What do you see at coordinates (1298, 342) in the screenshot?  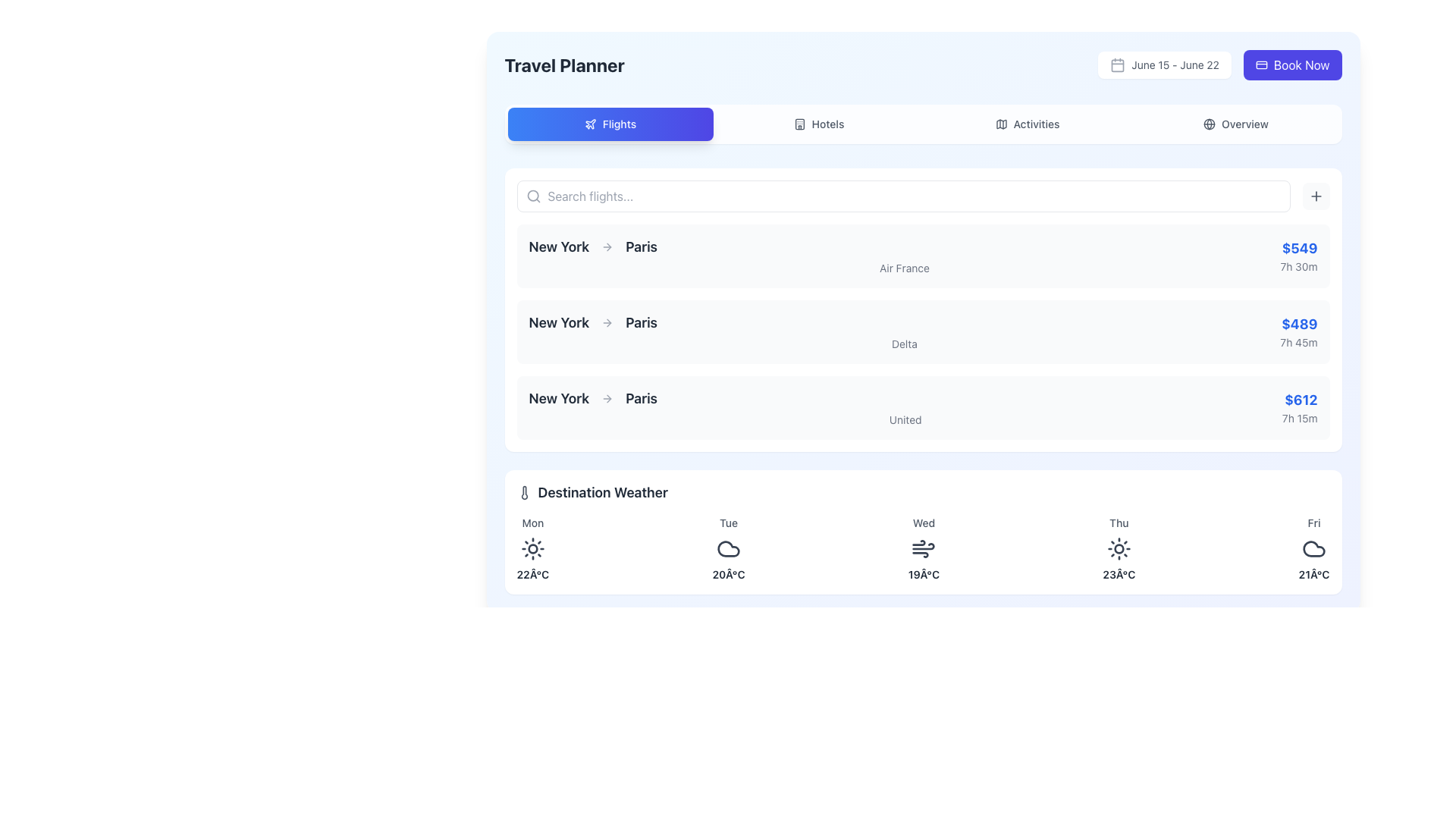 I see `the Text Label that displays the flight duration, located below the price '$489' in the right-aligned column of the second flight result` at bounding box center [1298, 342].